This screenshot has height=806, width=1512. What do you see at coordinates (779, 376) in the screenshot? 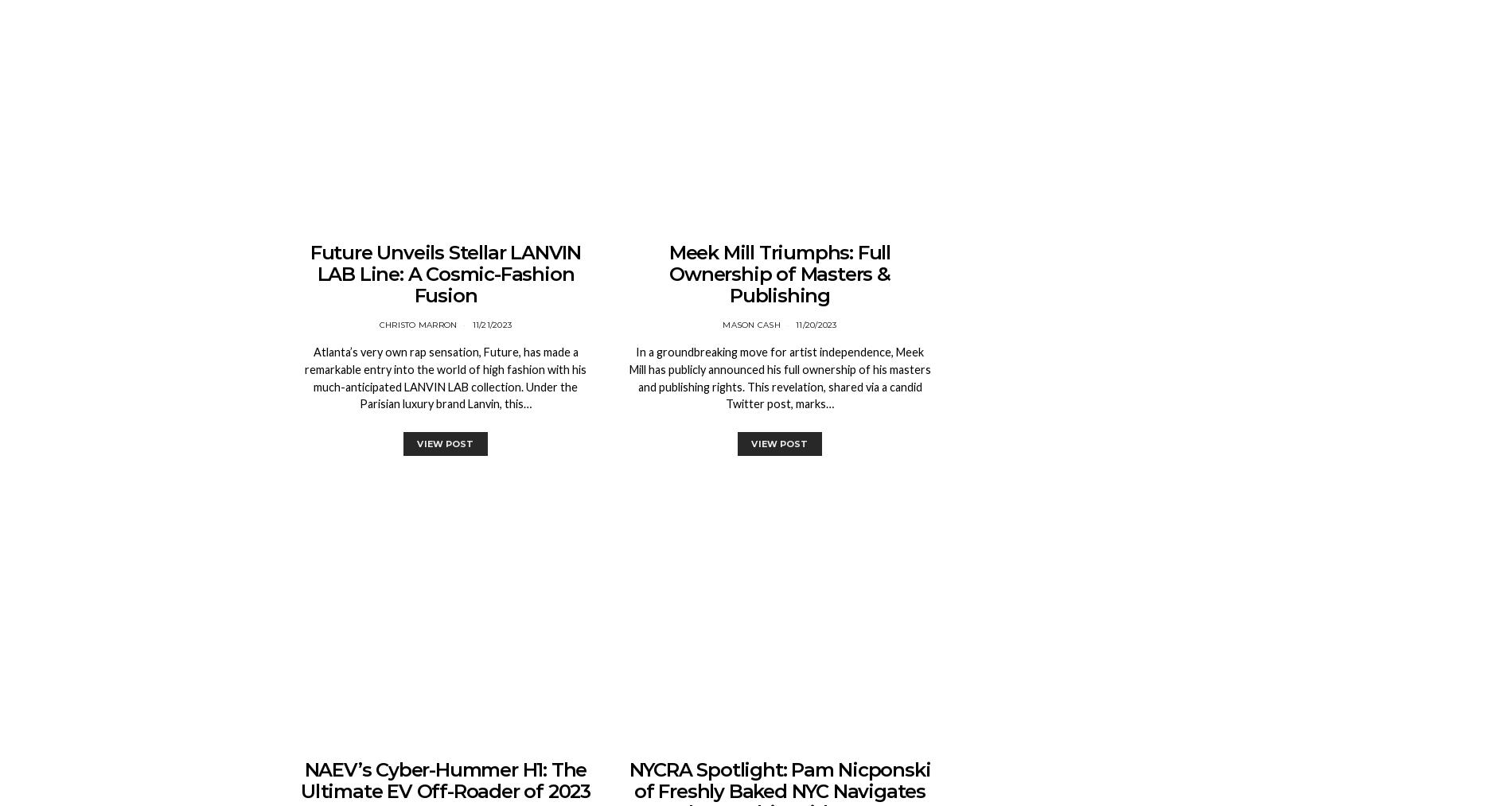
I see `'In a groundbreaking move for artist independence, Meek Mill has publicly announced his full ownership of his masters and publishing rights. This revelation, shared via a candid Twitter post, marks…'` at bounding box center [779, 376].